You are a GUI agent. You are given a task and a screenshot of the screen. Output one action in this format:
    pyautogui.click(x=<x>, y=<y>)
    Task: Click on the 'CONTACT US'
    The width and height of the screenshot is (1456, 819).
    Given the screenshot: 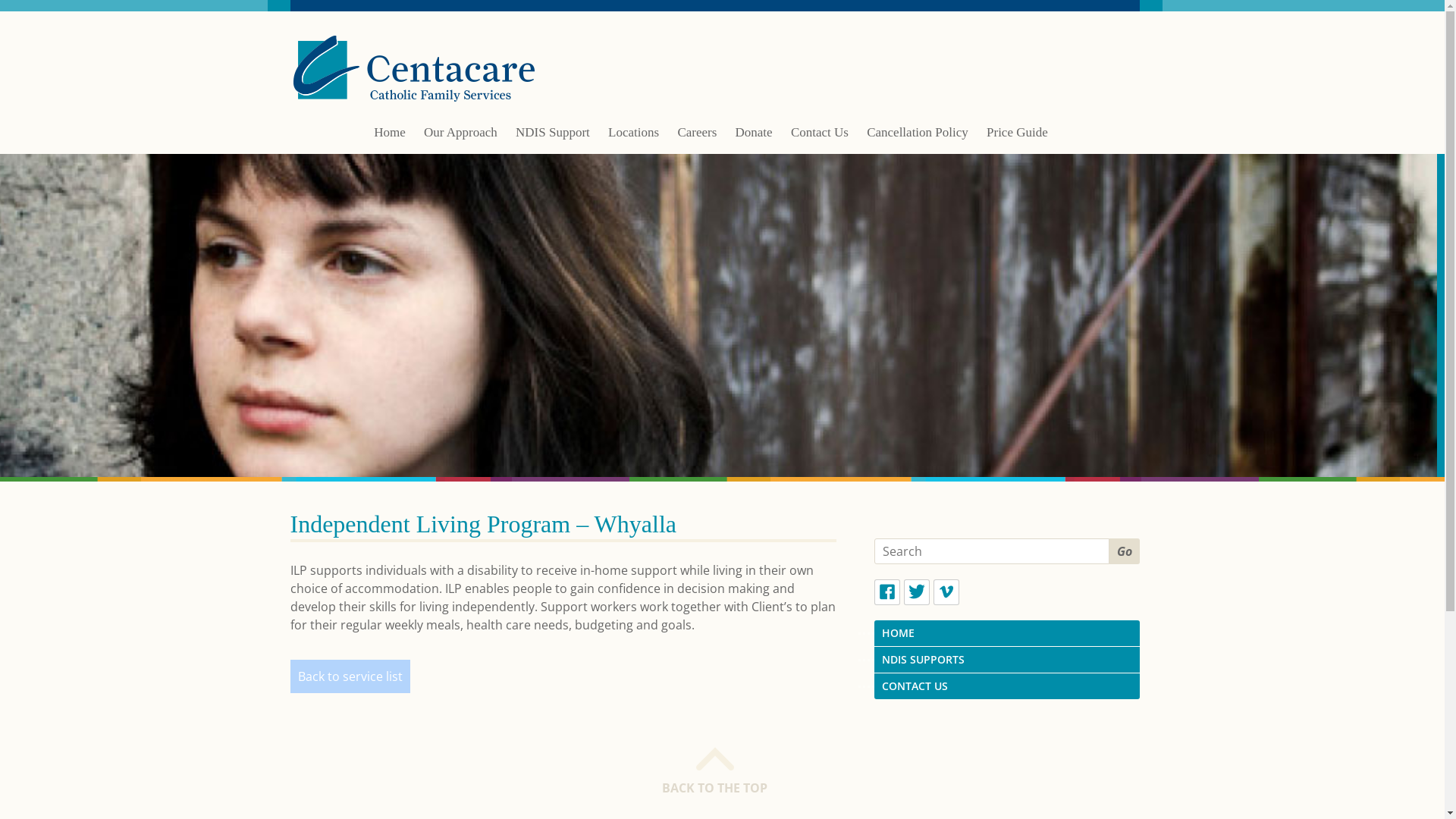 What is the action you would take?
    pyautogui.click(x=874, y=686)
    